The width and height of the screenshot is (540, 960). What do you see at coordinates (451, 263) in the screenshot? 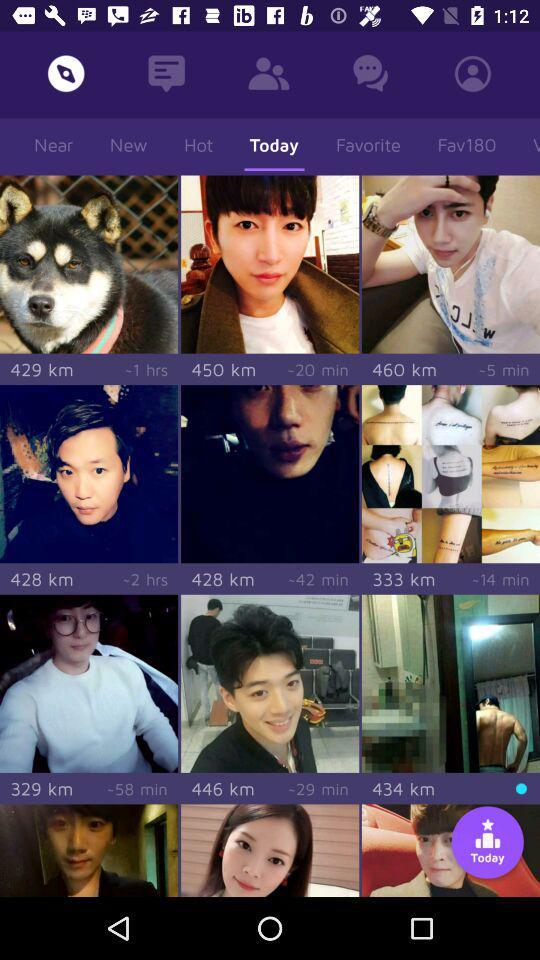
I see `the third image in the first row` at bounding box center [451, 263].